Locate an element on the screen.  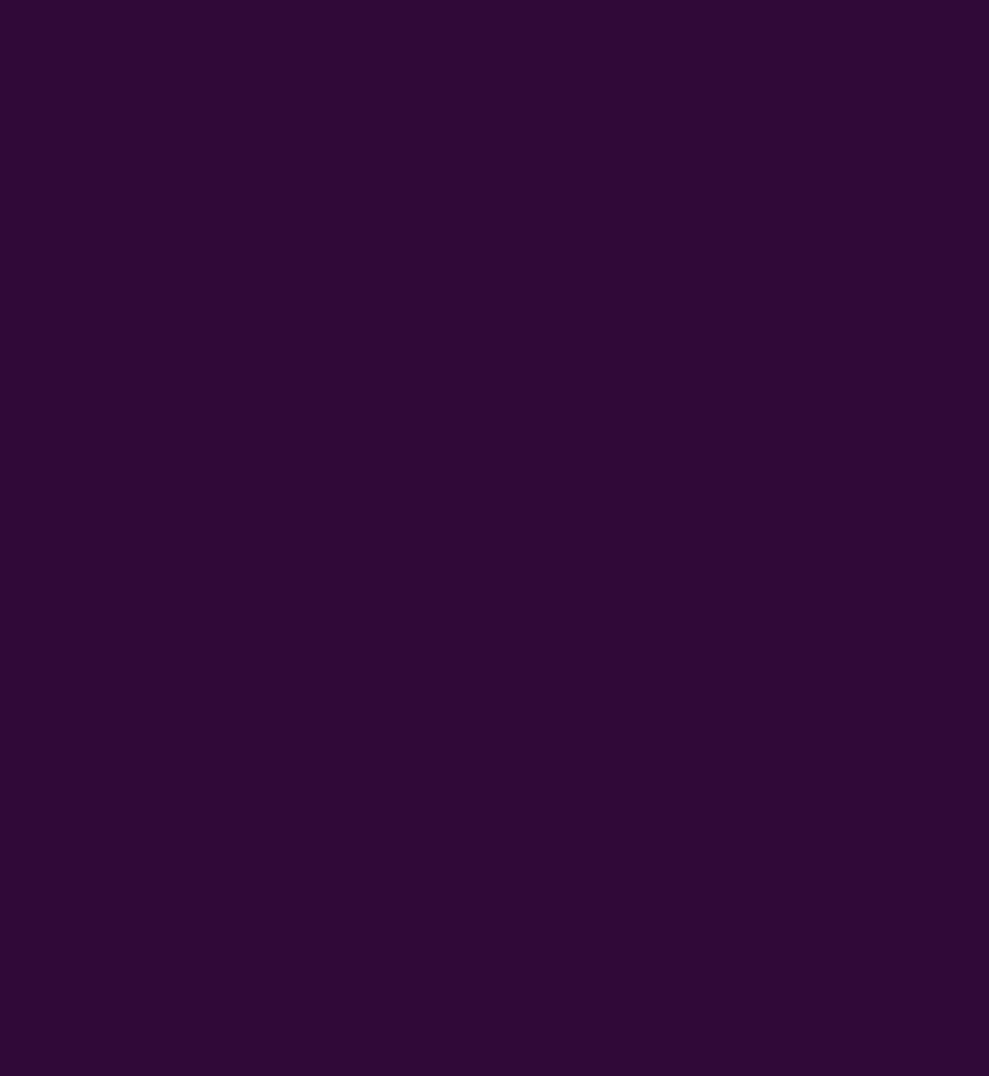
'Cash Fruits Plus' is located at coordinates (174, 28).